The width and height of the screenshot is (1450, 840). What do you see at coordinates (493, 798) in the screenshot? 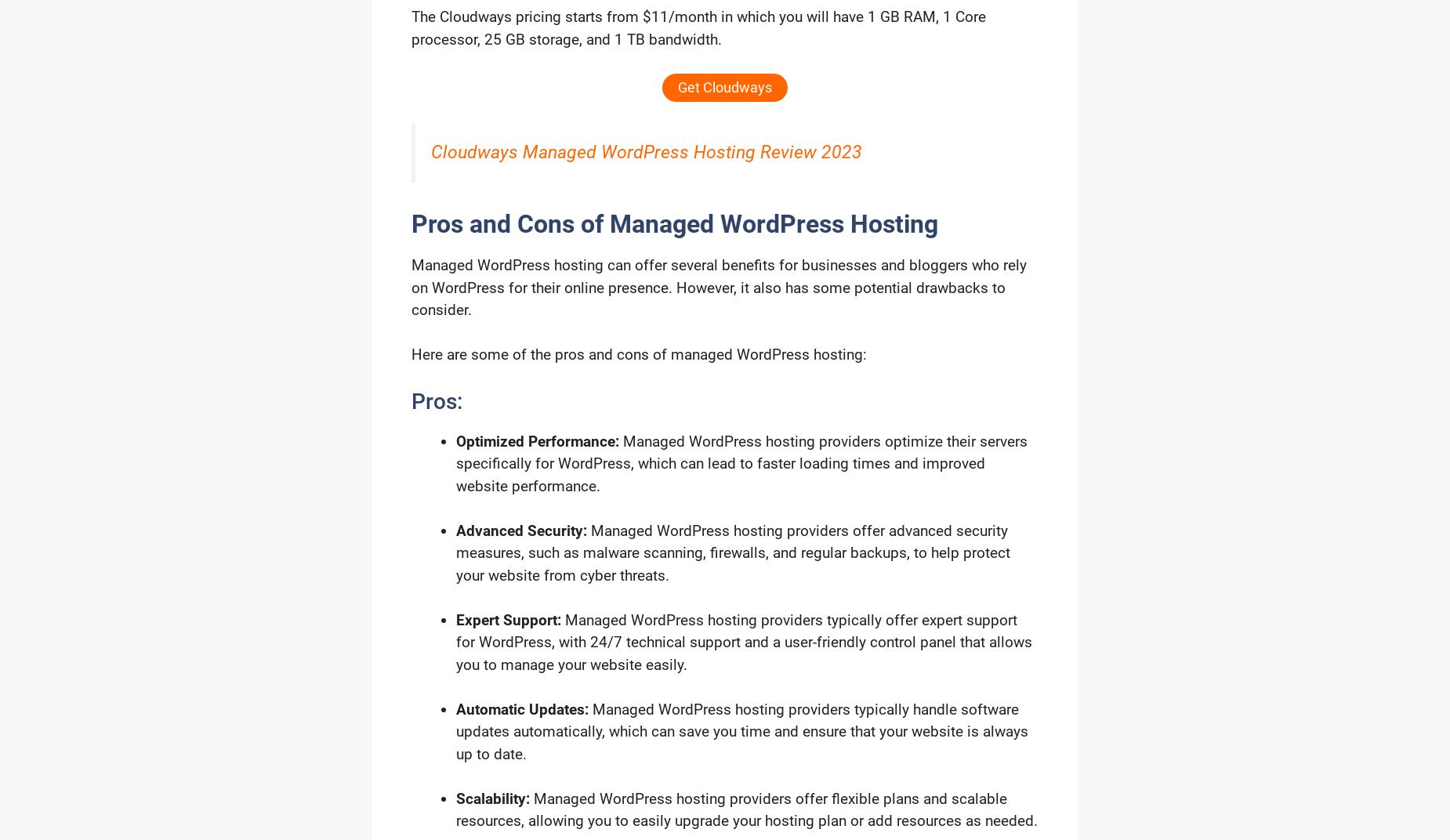
I see `'Scalability:'` at bounding box center [493, 798].